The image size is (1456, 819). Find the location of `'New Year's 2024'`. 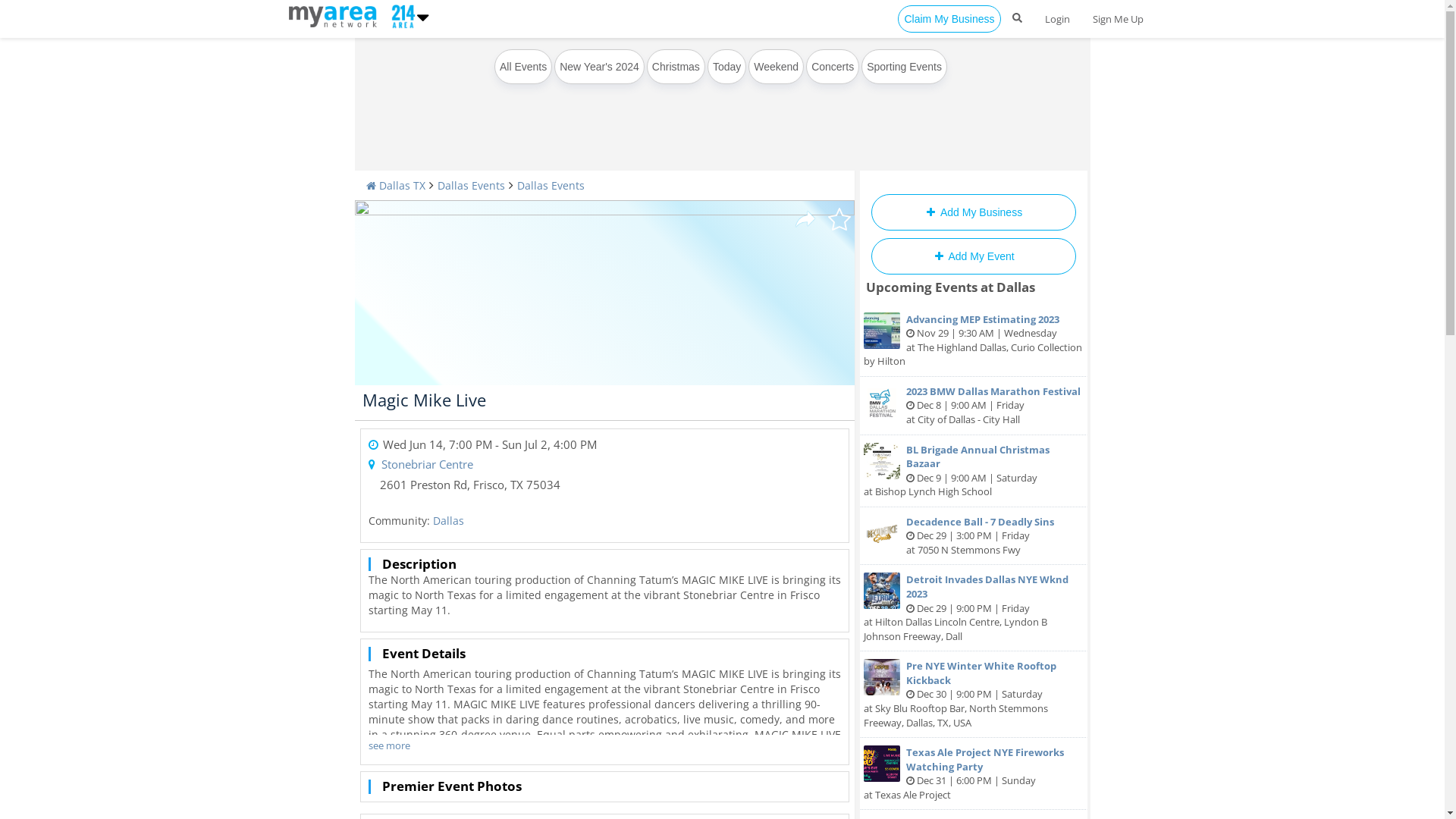

'New Year's 2024' is located at coordinates (598, 66).